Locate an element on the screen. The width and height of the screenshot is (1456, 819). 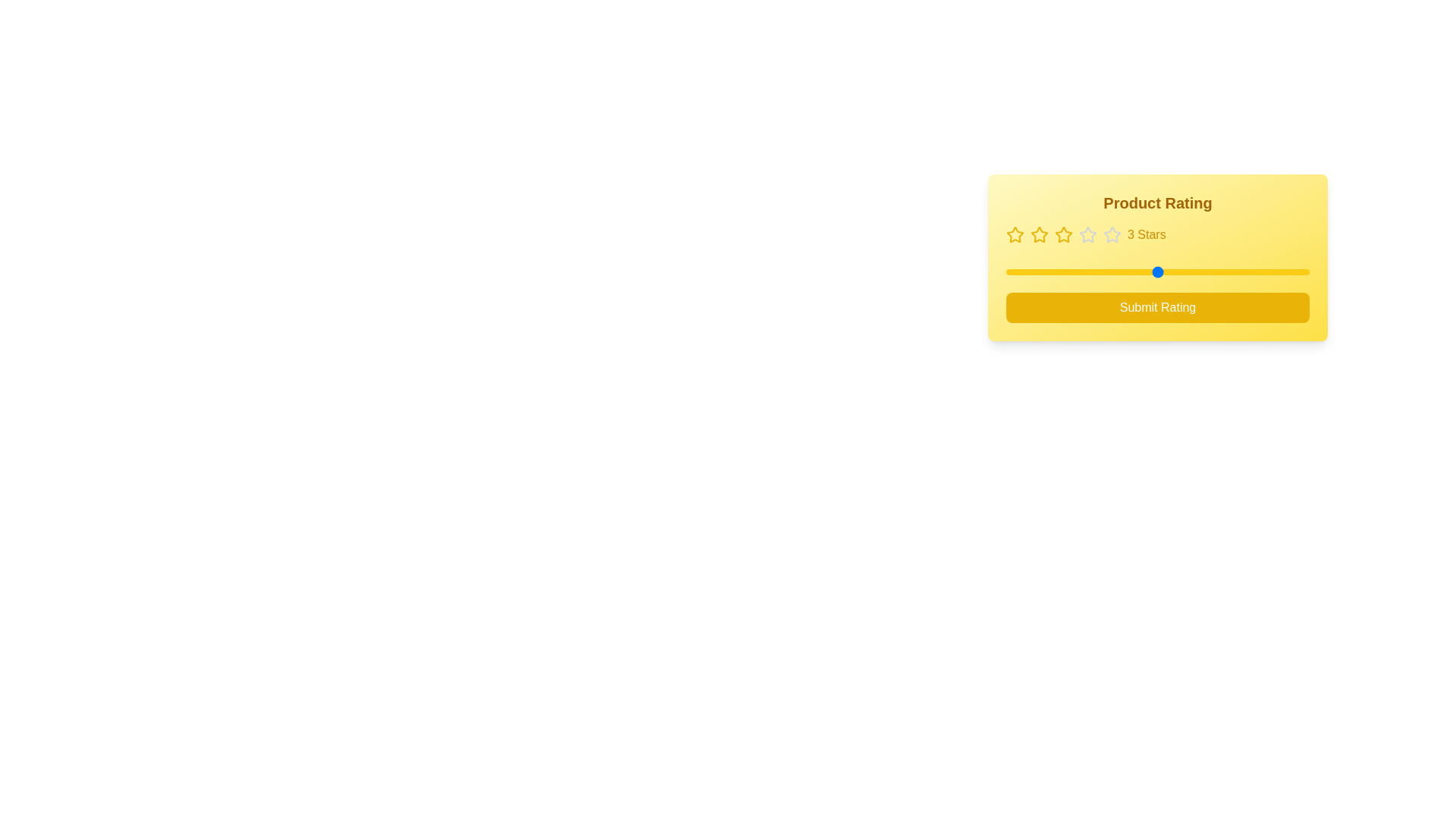
the slider is located at coordinates (1234, 271).